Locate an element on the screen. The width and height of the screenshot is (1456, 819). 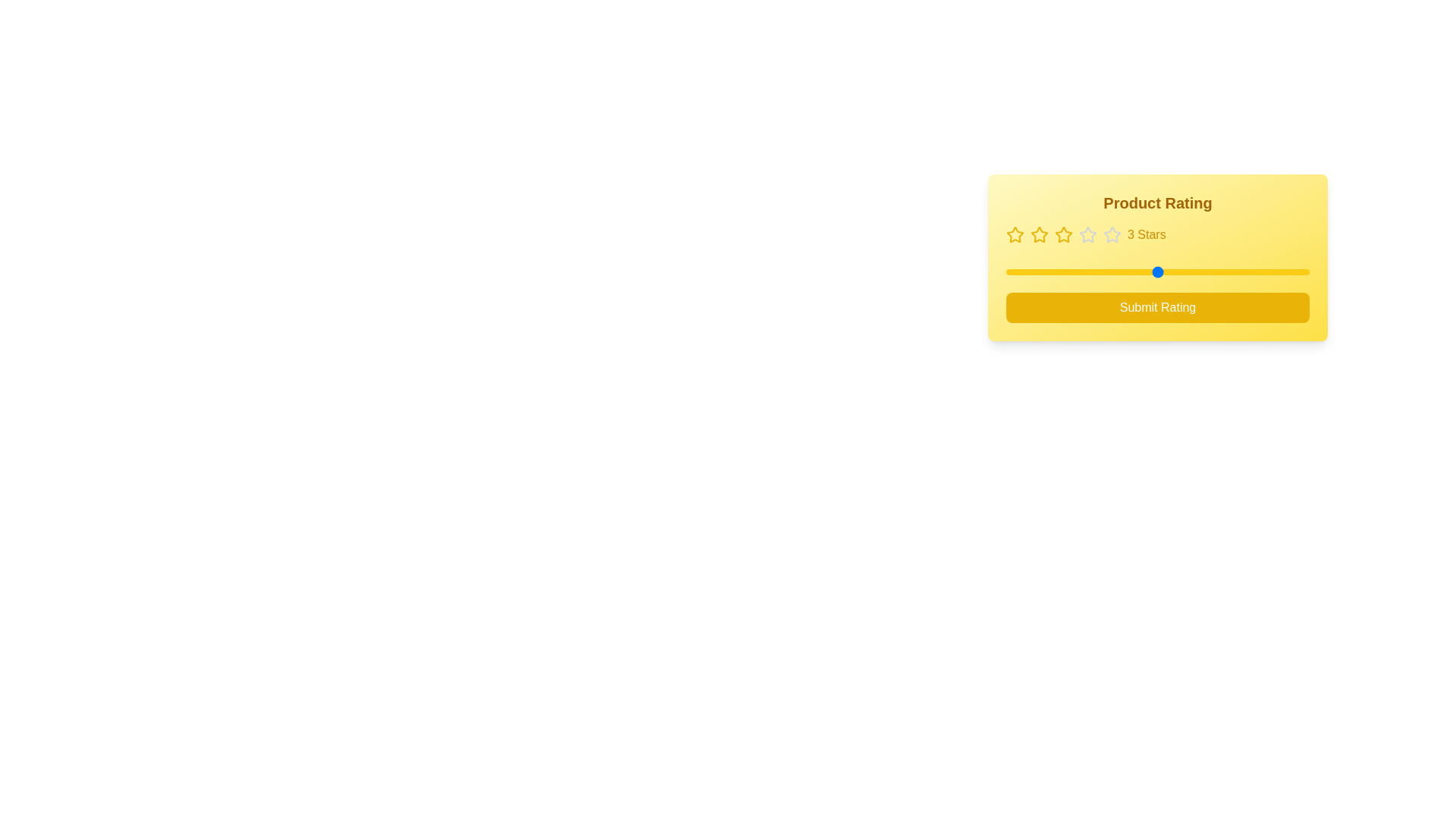
the slider is located at coordinates (1234, 271).